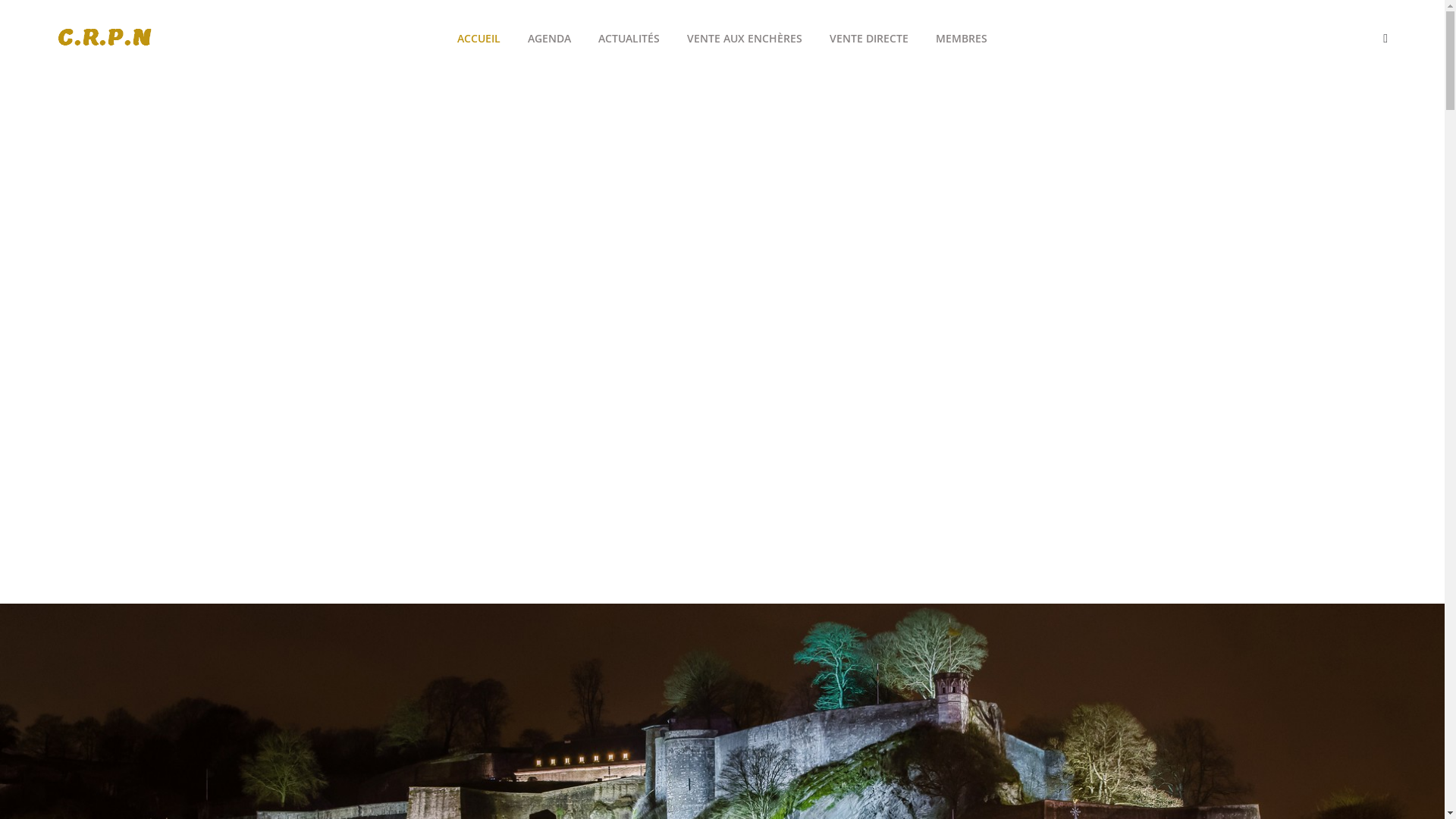 The height and width of the screenshot is (819, 1456). I want to click on 'VENTE DIRECTE', so click(869, 37).